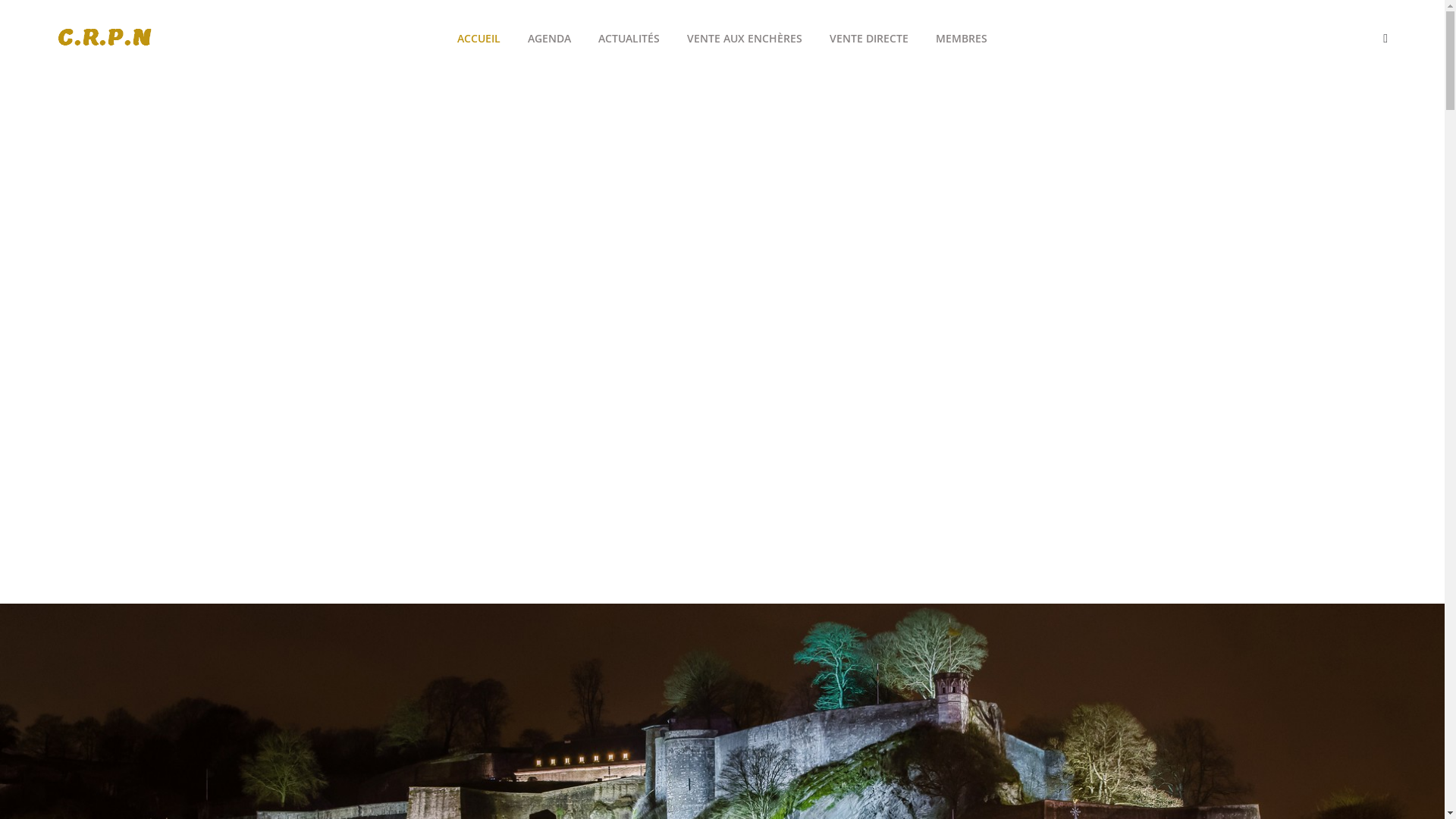 The height and width of the screenshot is (819, 1456). I want to click on 'VENTE DIRECTE', so click(869, 37).